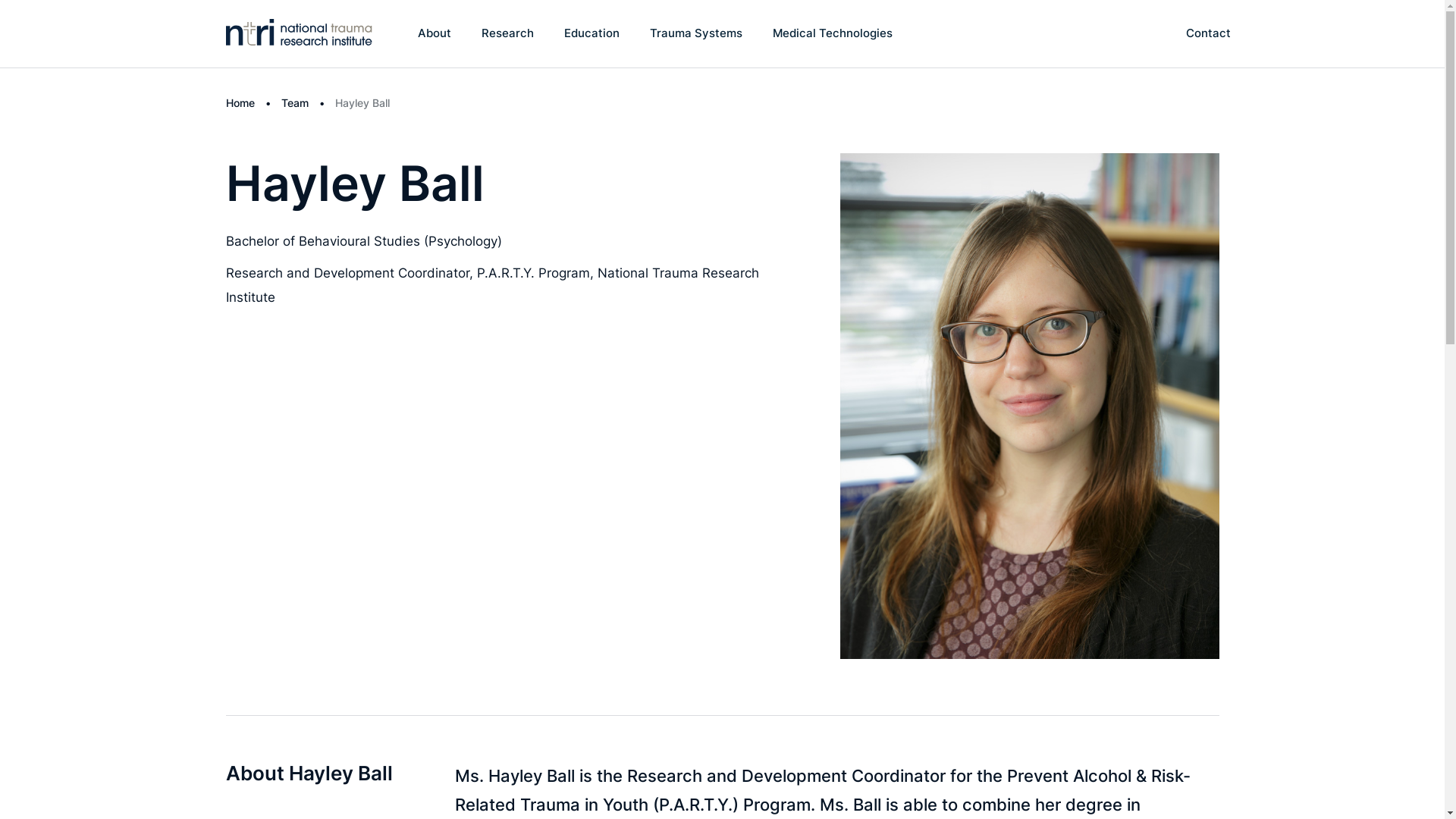 Image resolution: width=1456 pixels, height=819 pixels. Describe the element at coordinates (563, 33) in the screenshot. I see `'Education'` at that location.